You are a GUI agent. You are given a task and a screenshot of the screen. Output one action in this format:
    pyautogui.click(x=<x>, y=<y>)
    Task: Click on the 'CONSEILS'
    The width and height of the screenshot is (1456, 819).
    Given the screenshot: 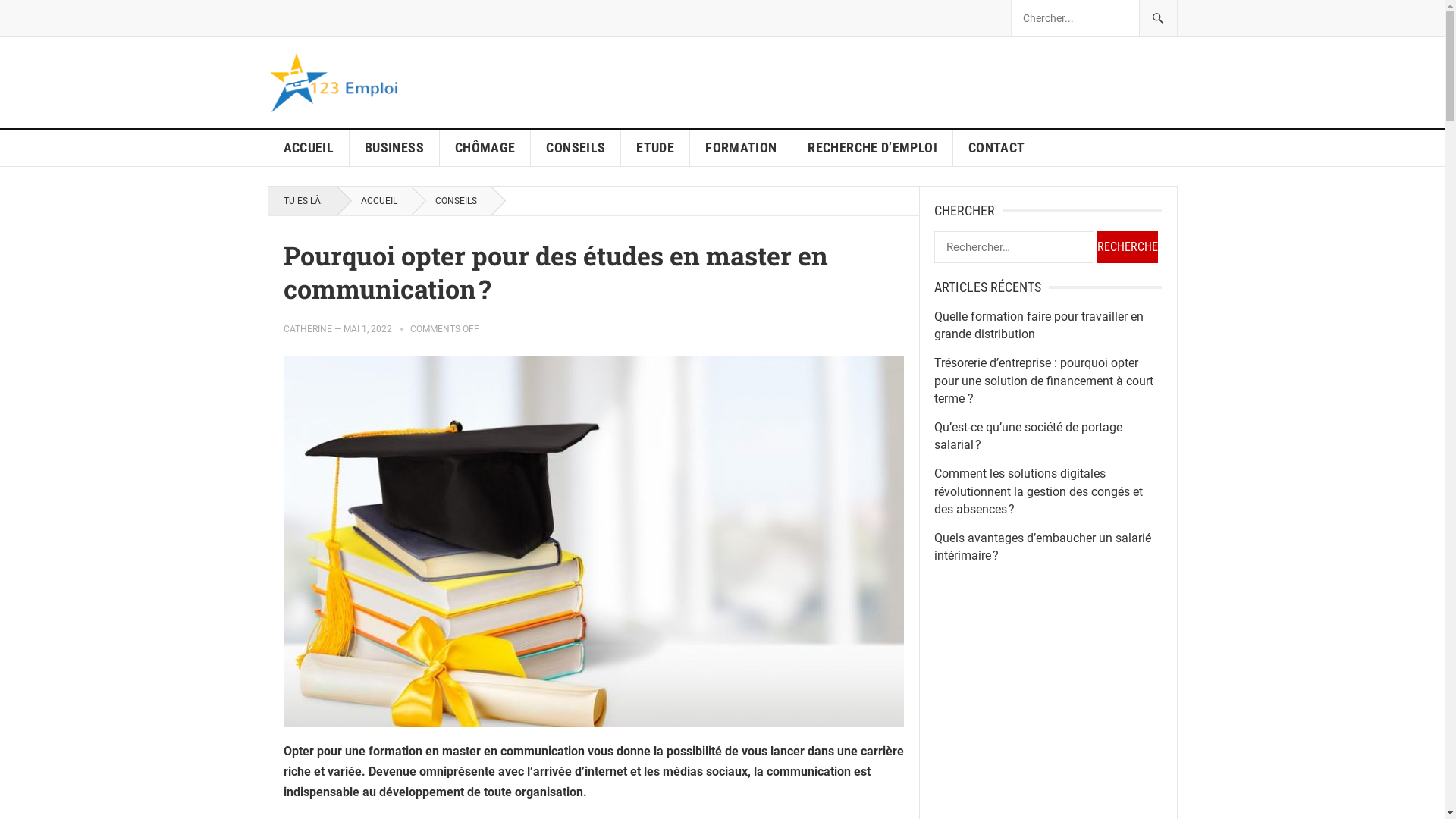 What is the action you would take?
    pyautogui.click(x=450, y=200)
    